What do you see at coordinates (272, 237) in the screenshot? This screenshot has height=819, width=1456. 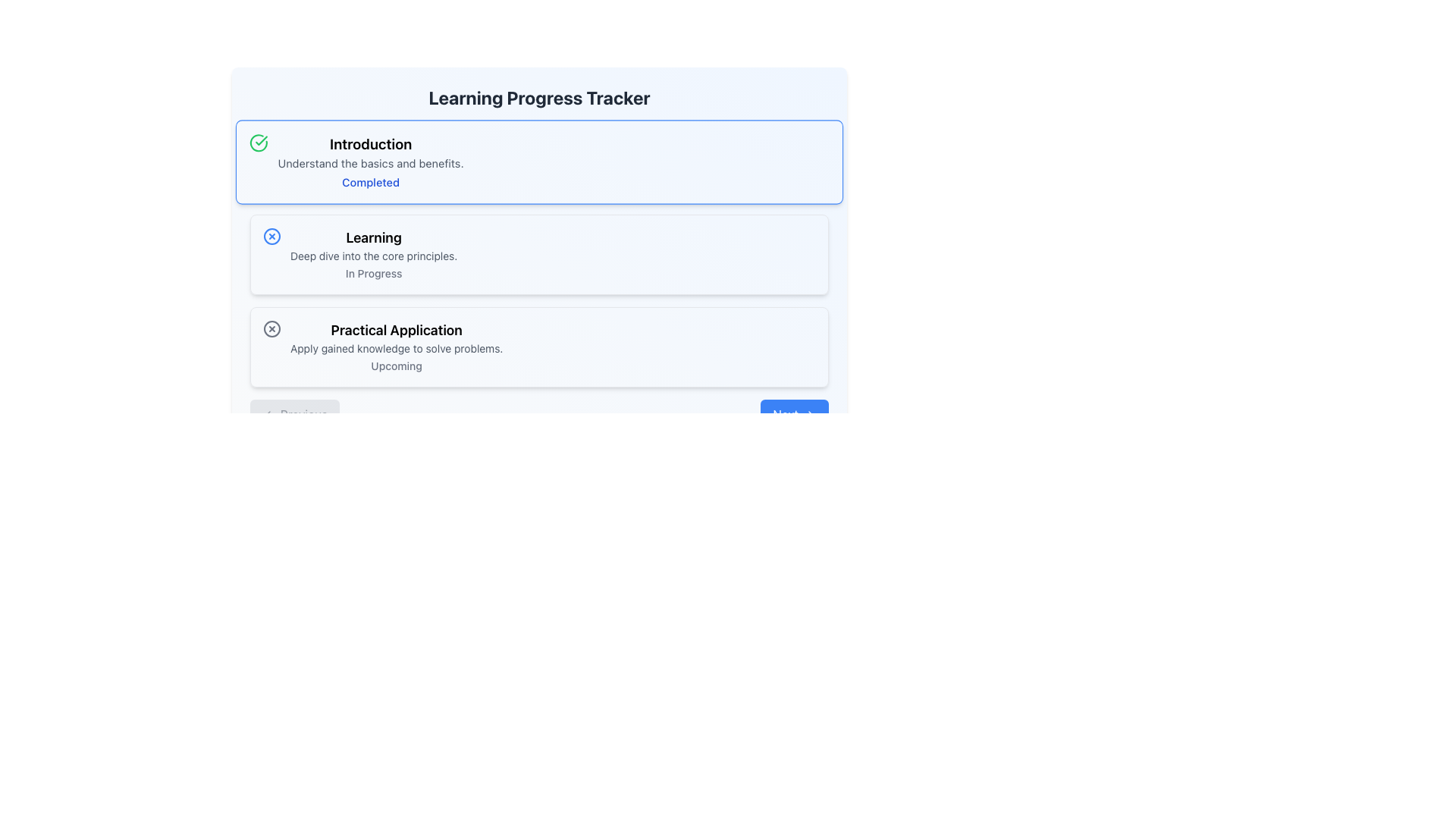 I see `the Visual Indicator icon that indicates 'In Progress' located to the left of the 'Learning' text in the second card` at bounding box center [272, 237].